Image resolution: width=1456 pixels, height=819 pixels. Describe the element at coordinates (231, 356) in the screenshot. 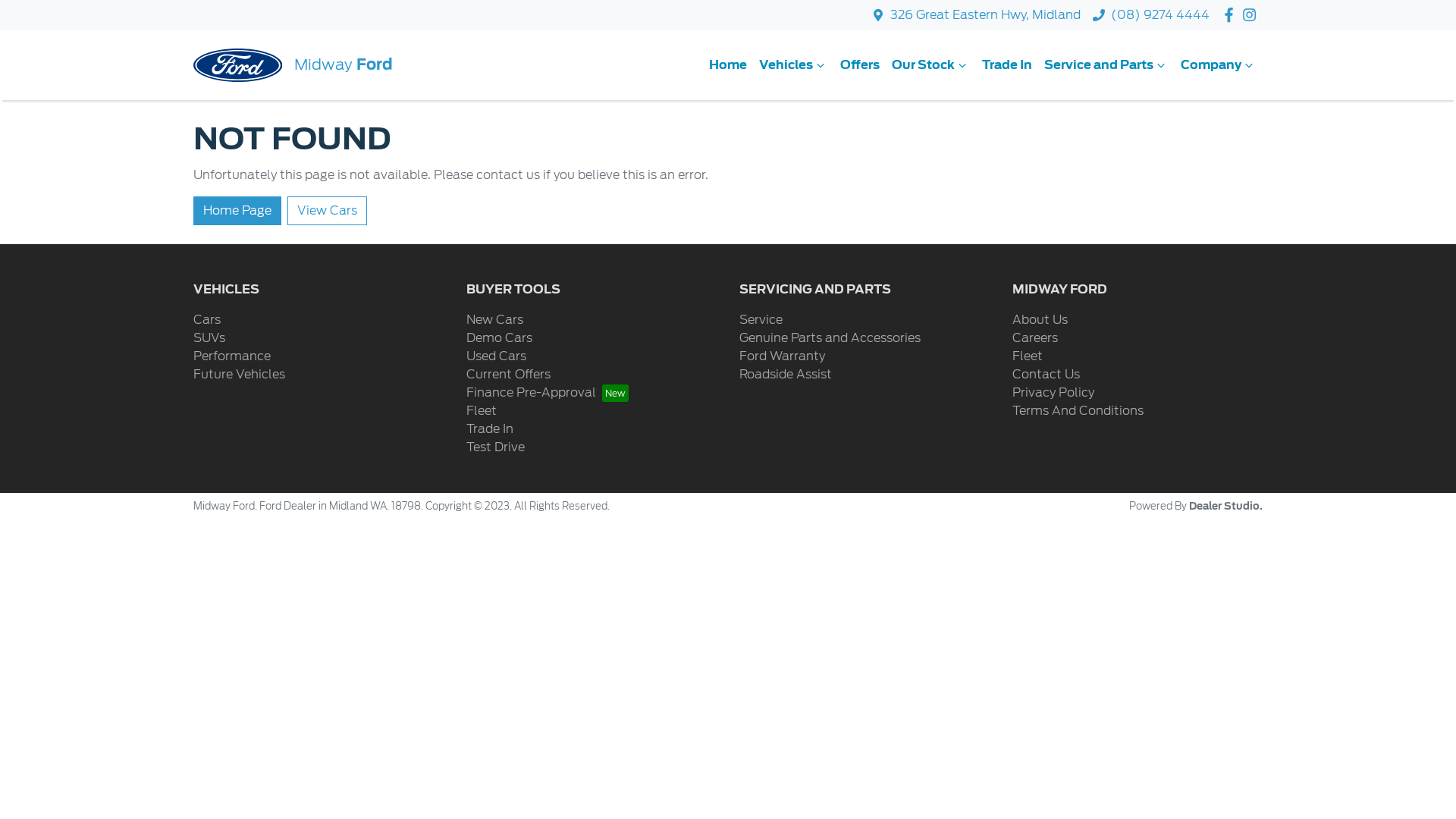

I see `'Performance'` at that location.